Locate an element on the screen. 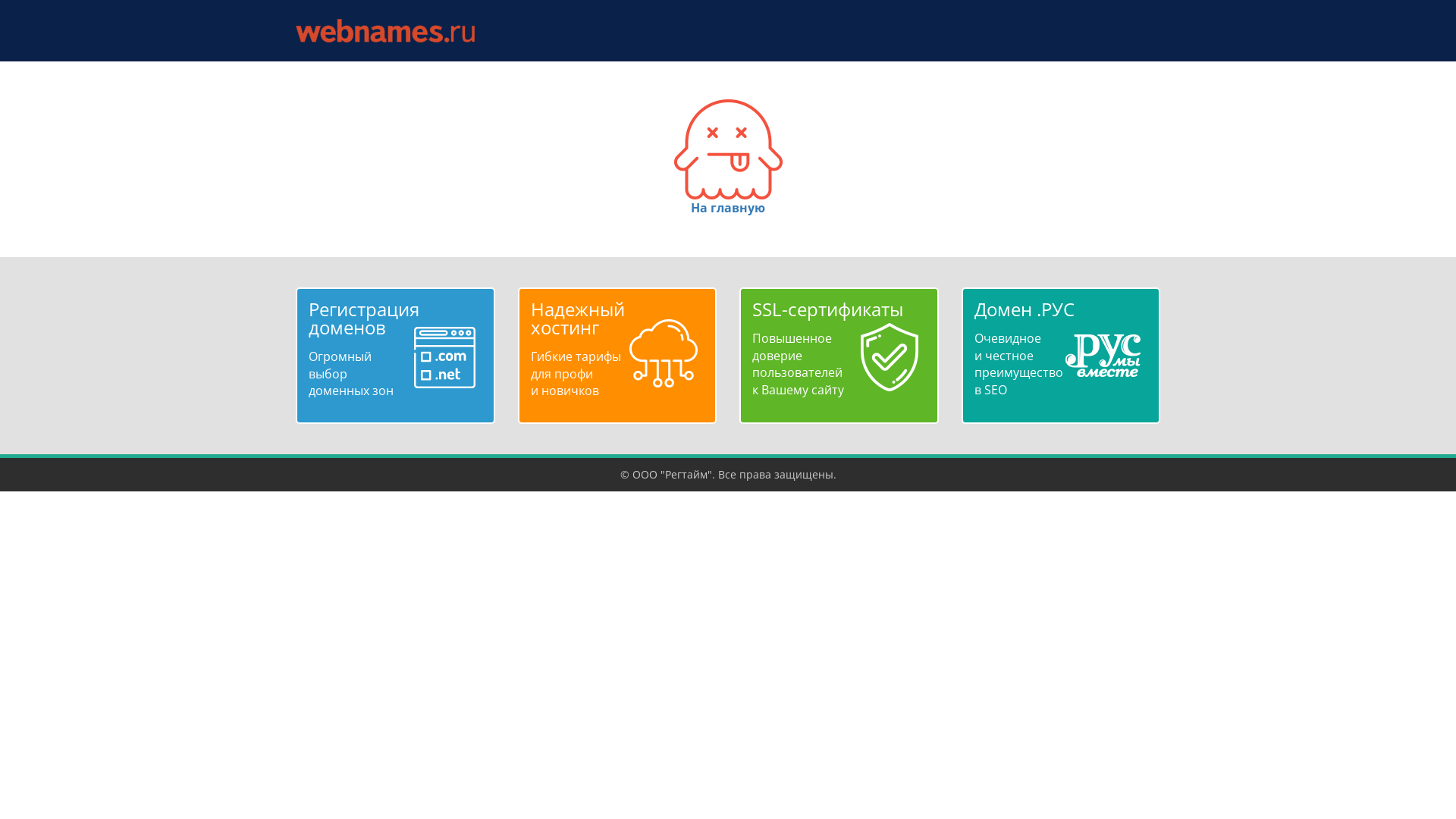  'webnames.ru' is located at coordinates (385, 30).